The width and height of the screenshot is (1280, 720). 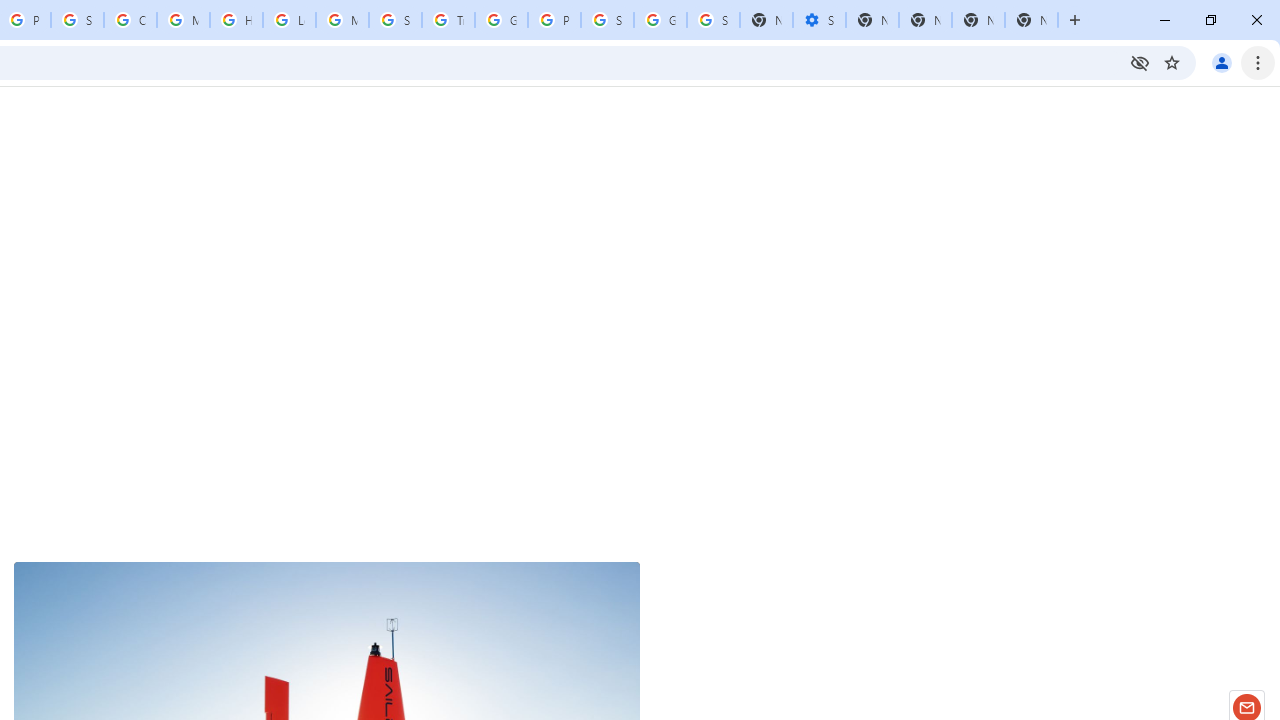 What do you see at coordinates (1031, 20) in the screenshot?
I see `'New Tab'` at bounding box center [1031, 20].